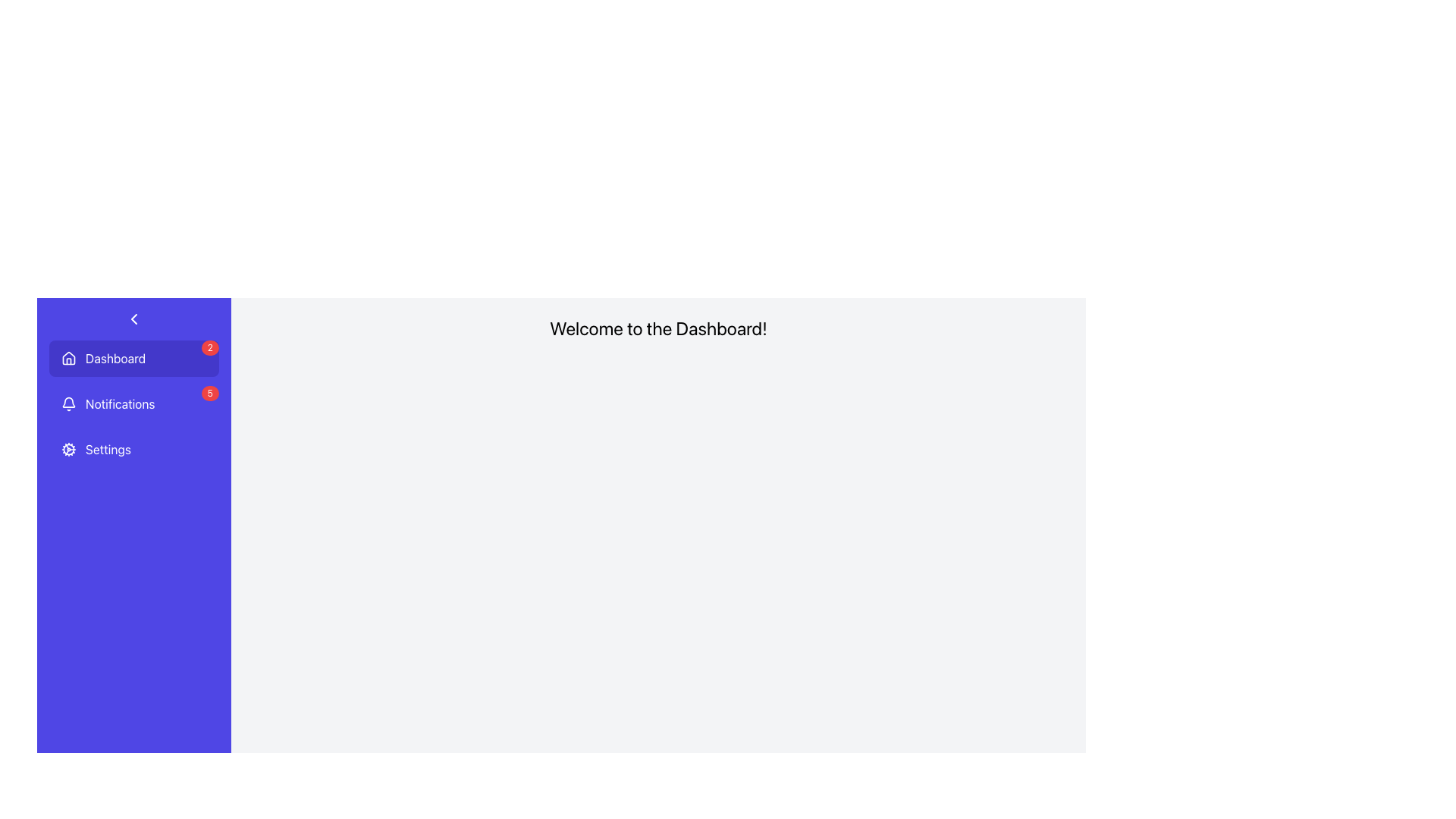 Image resolution: width=1456 pixels, height=819 pixels. Describe the element at coordinates (209, 348) in the screenshot. I see `the notification count by hovering over the notification badge located in the top-right corner of the 'Dashboard' menu entry in the sidebar` at that location.